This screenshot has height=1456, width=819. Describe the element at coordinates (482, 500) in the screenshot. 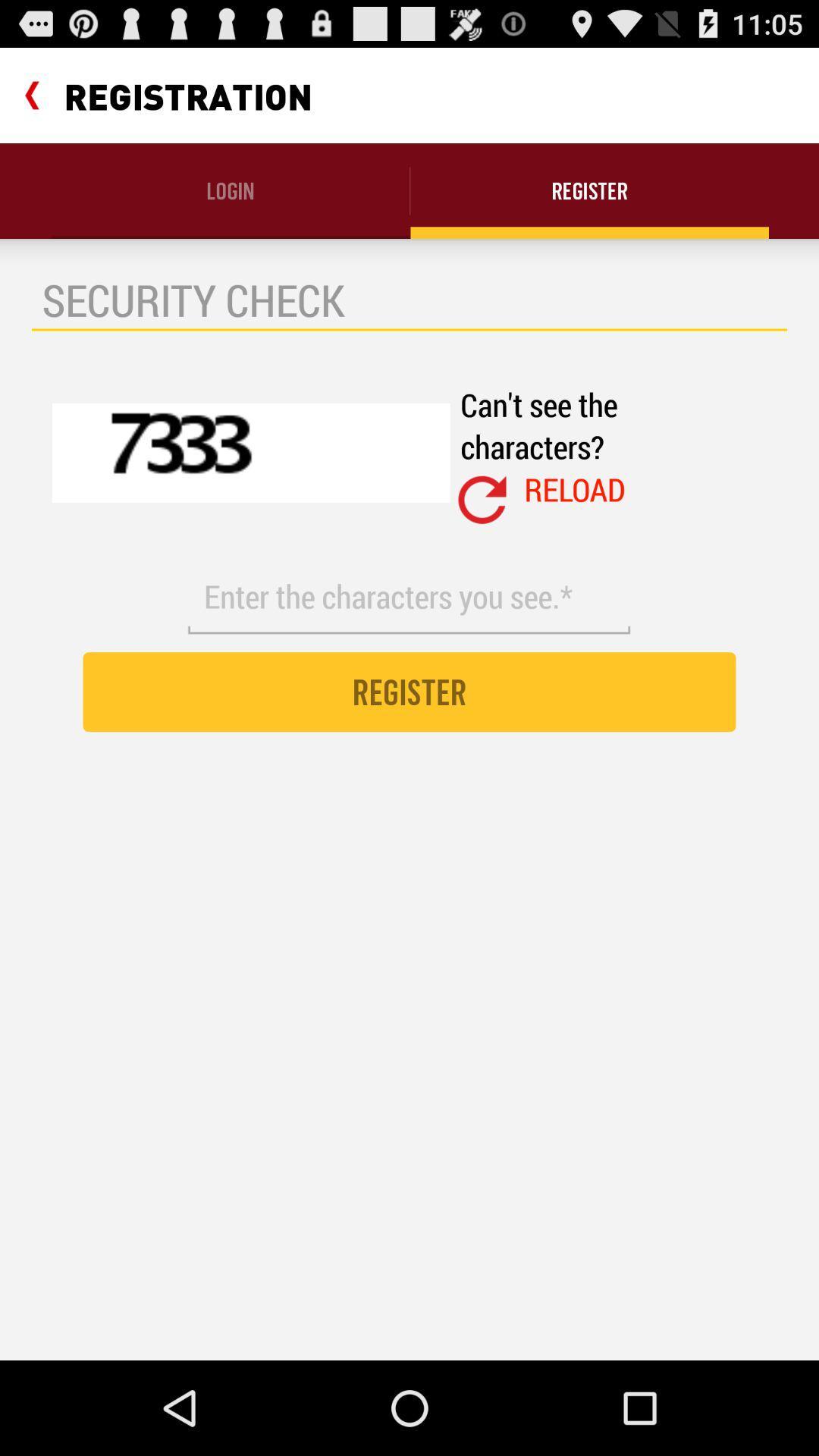

I see `icon next to reload item` at that location.